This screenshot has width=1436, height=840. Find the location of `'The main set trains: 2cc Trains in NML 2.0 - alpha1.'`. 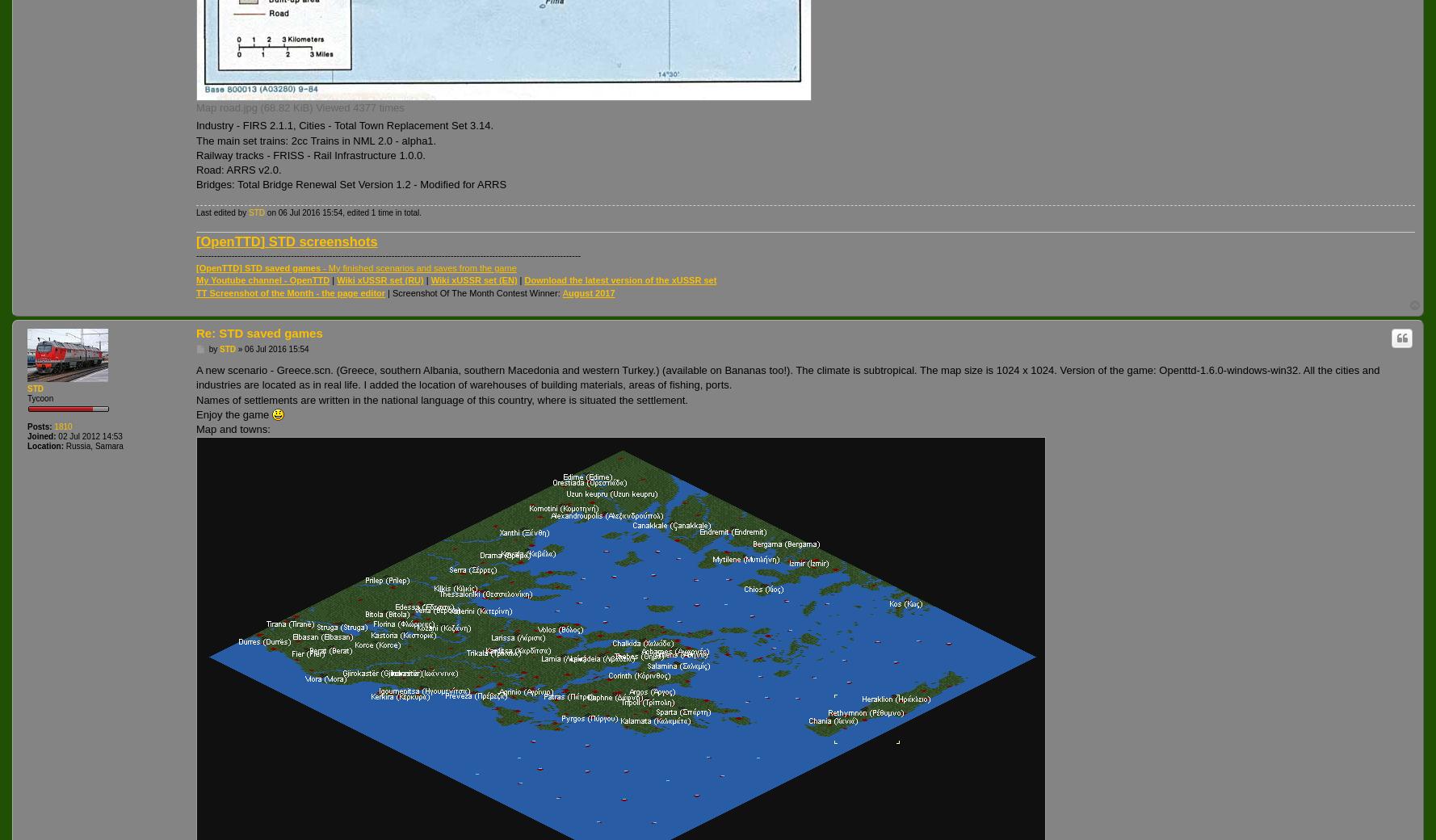

'The main set trains: 2cc Trains in NML 2.0 - alpha1.' is located at coordinates (316, 140).